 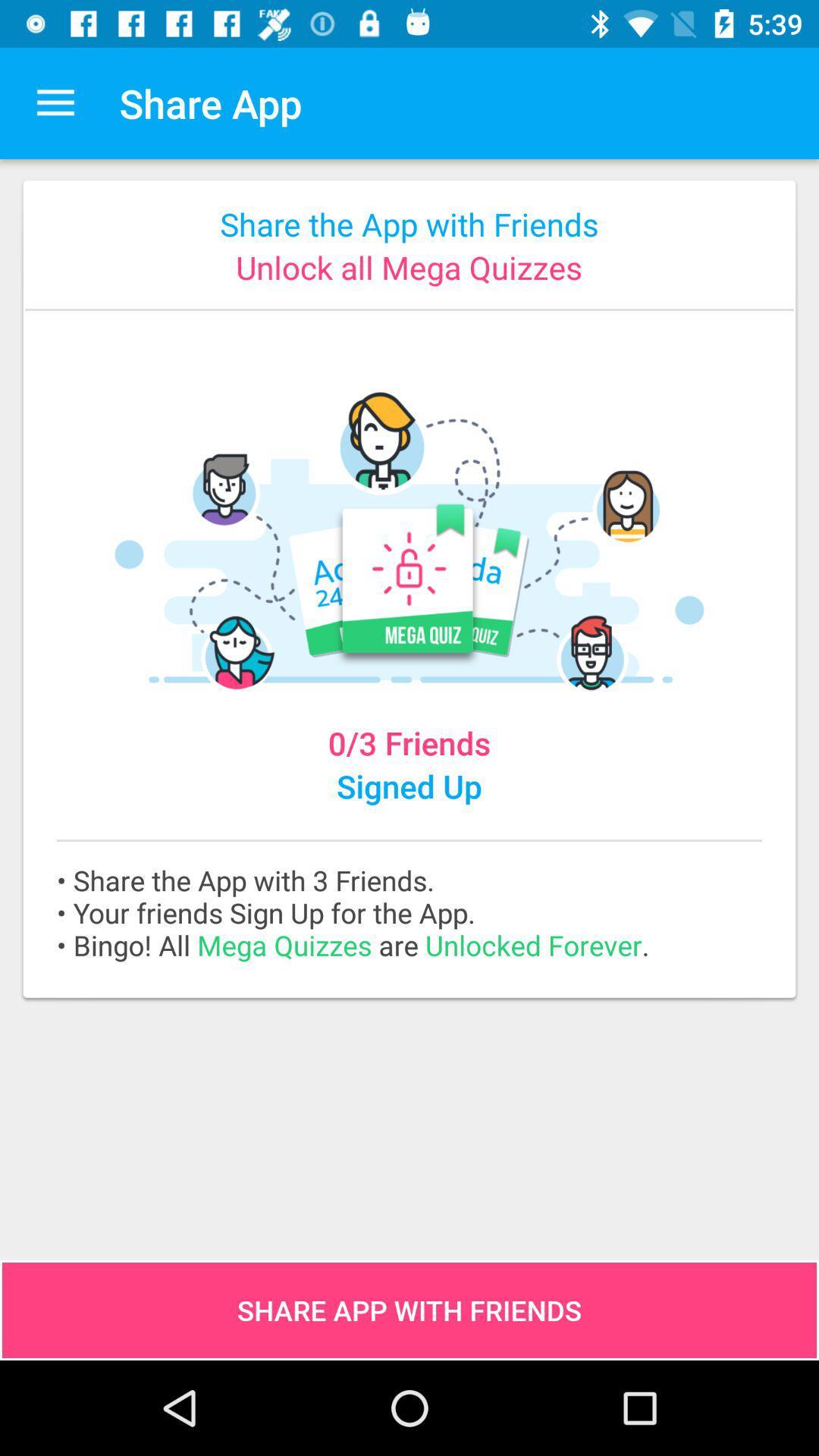 I want to click on item next to share app icon, so click(x=55, y=102).